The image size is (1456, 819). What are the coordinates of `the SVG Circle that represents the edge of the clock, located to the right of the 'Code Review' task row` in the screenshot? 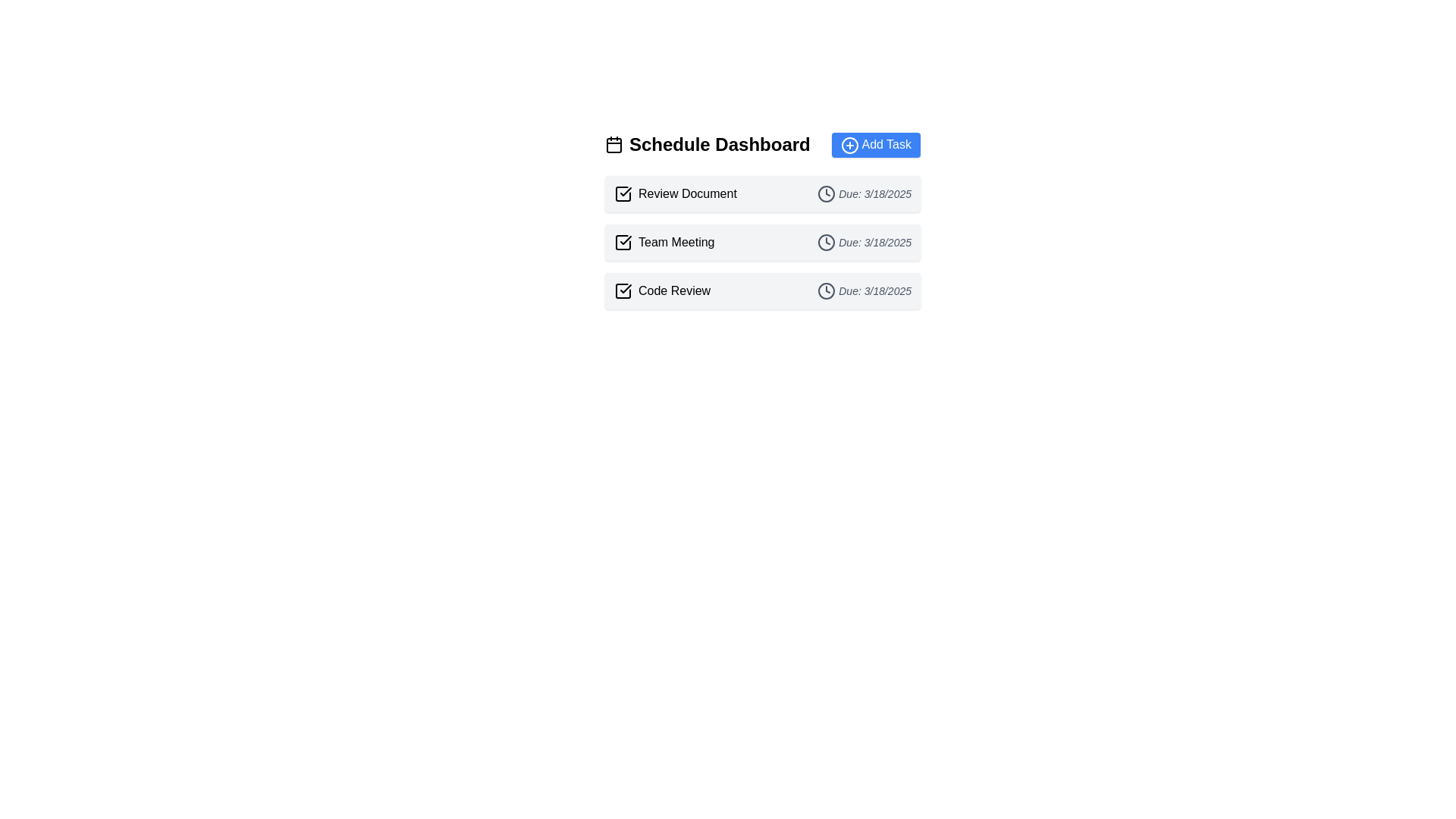 It's located at (826, 290).